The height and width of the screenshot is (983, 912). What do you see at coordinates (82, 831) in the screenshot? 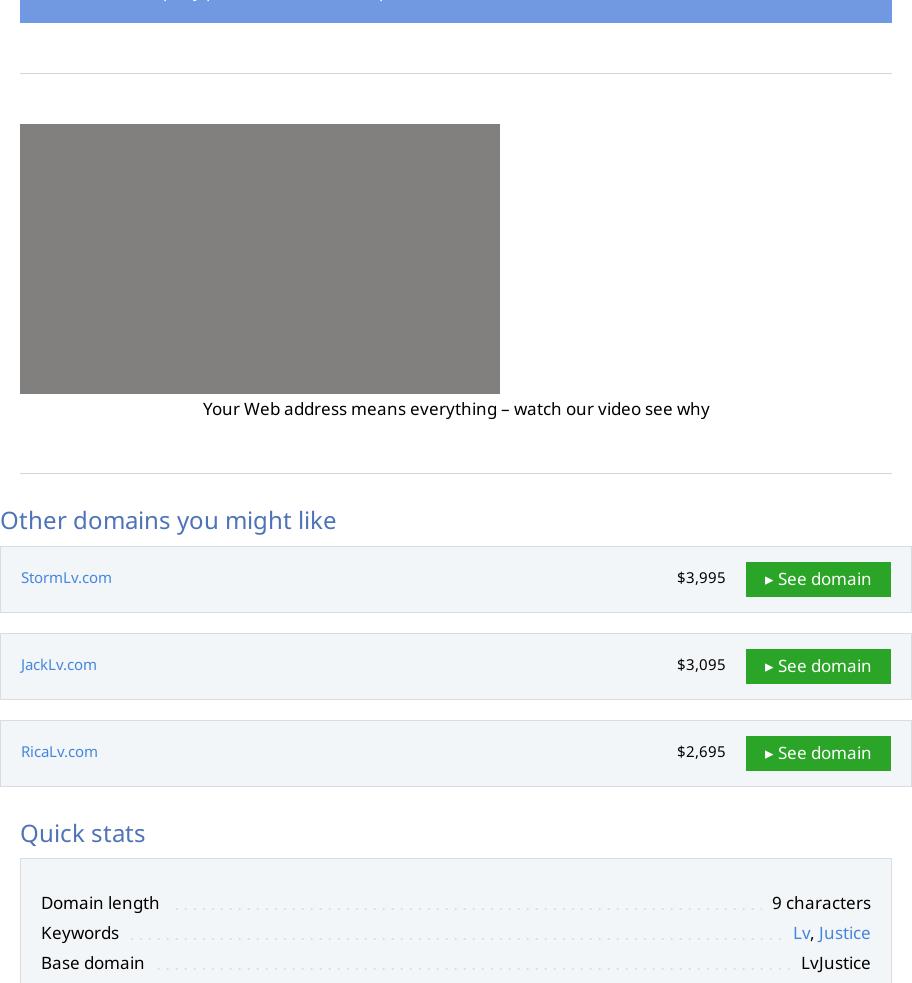
I see `'Quick stats'` at bounding box center [82, 831].